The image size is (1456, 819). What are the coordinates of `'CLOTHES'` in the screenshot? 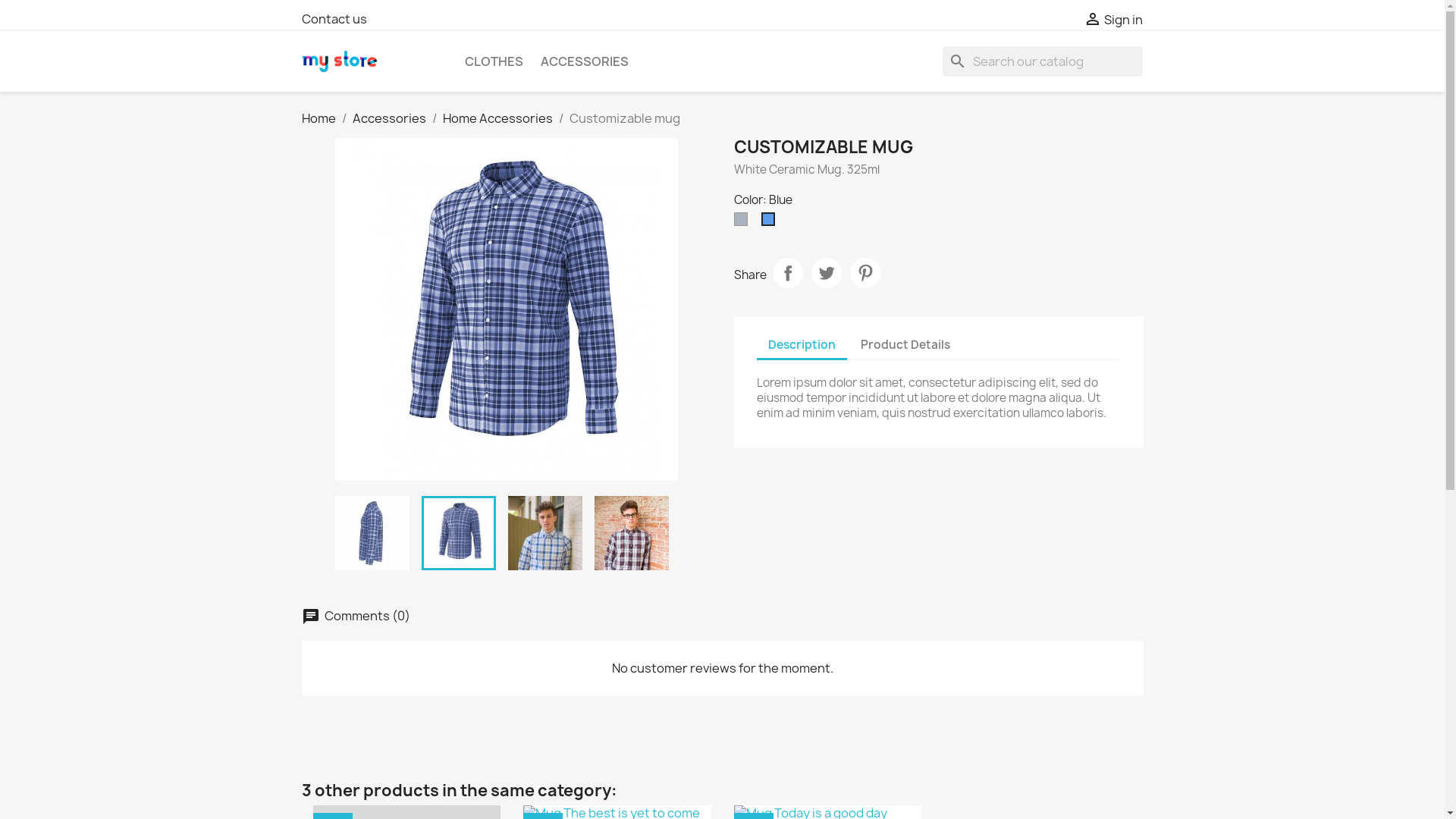 It's located at (493, 61).